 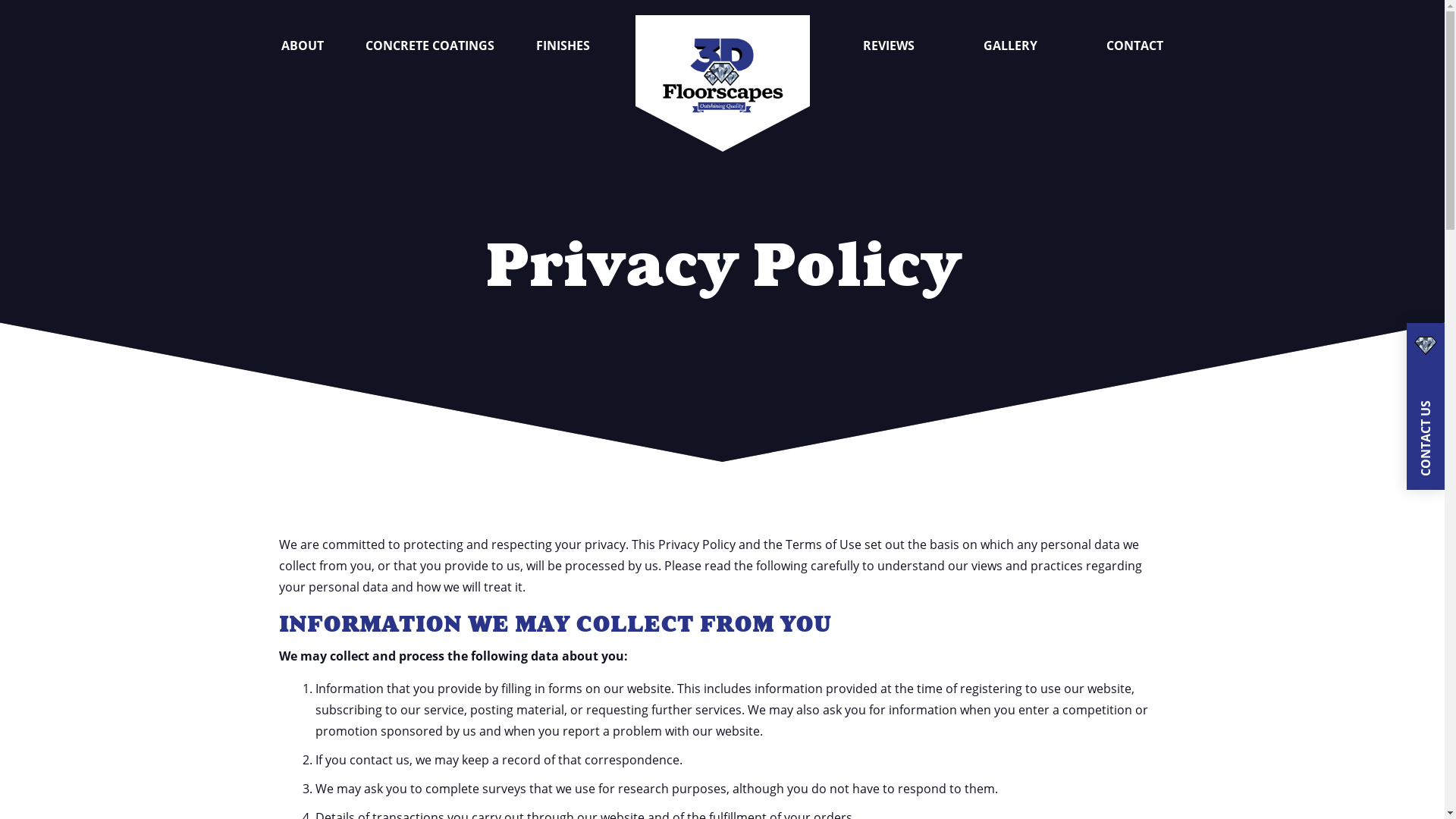 I want to click on 'REVIEWS', so click(x=888, y=45).